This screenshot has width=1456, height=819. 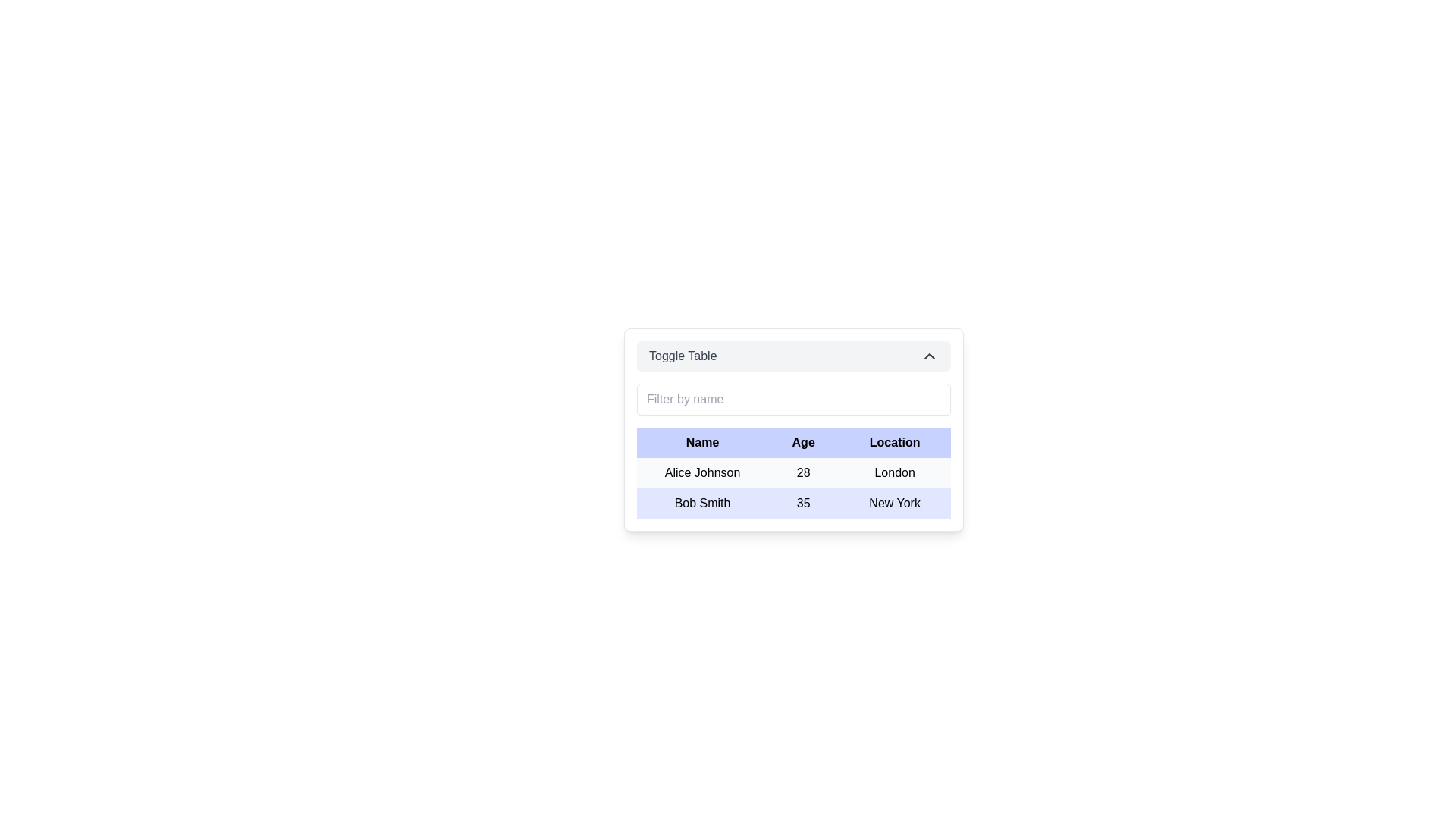 What do you see at coordinates (895, 503) in the screenshot?
I see `the Text Label displaying 'New York' in the 'Location' column of the second row in the table` at bounding box center [895, 503].